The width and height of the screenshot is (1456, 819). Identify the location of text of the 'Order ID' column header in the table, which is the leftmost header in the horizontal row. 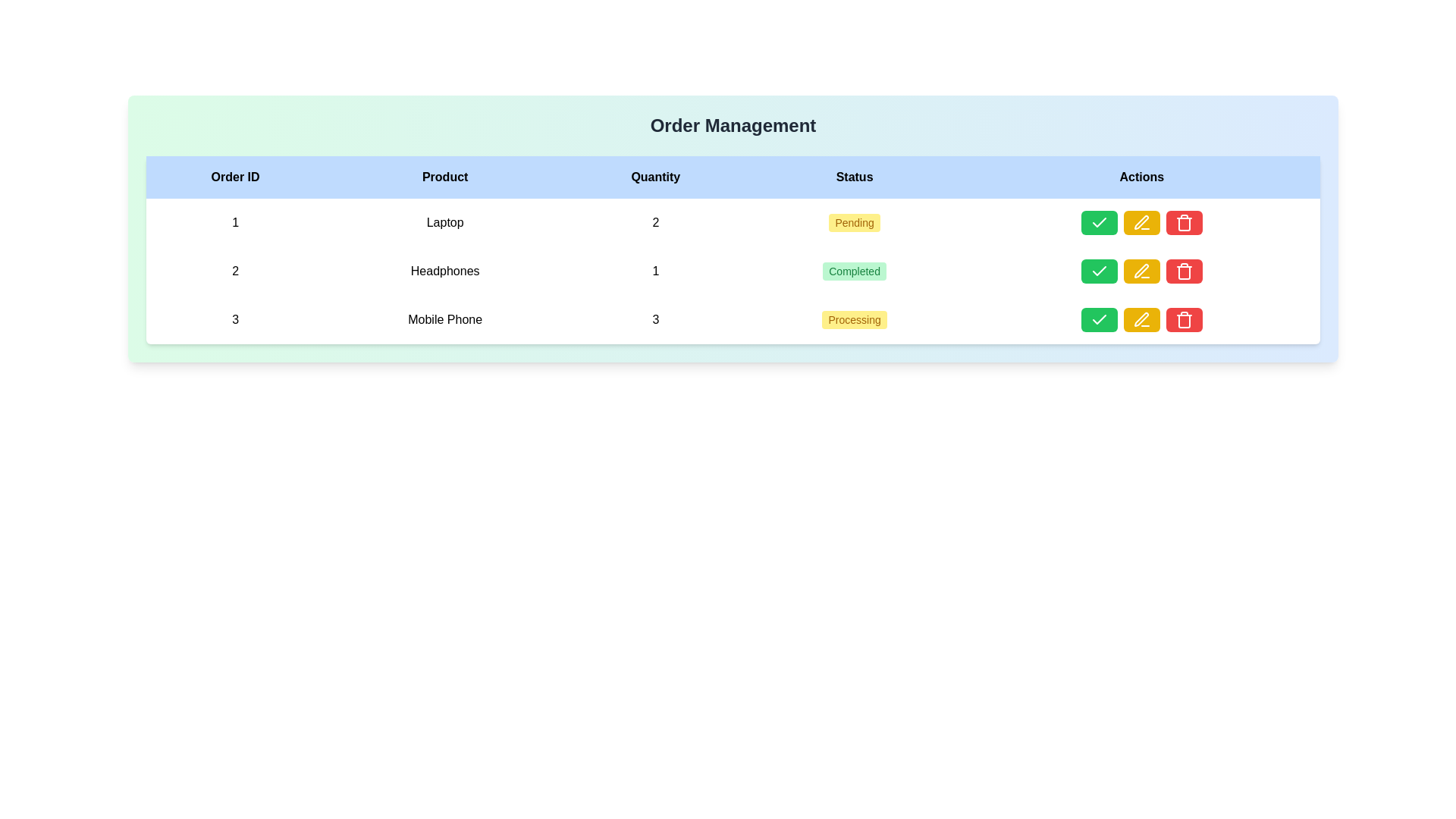
(234, 177).